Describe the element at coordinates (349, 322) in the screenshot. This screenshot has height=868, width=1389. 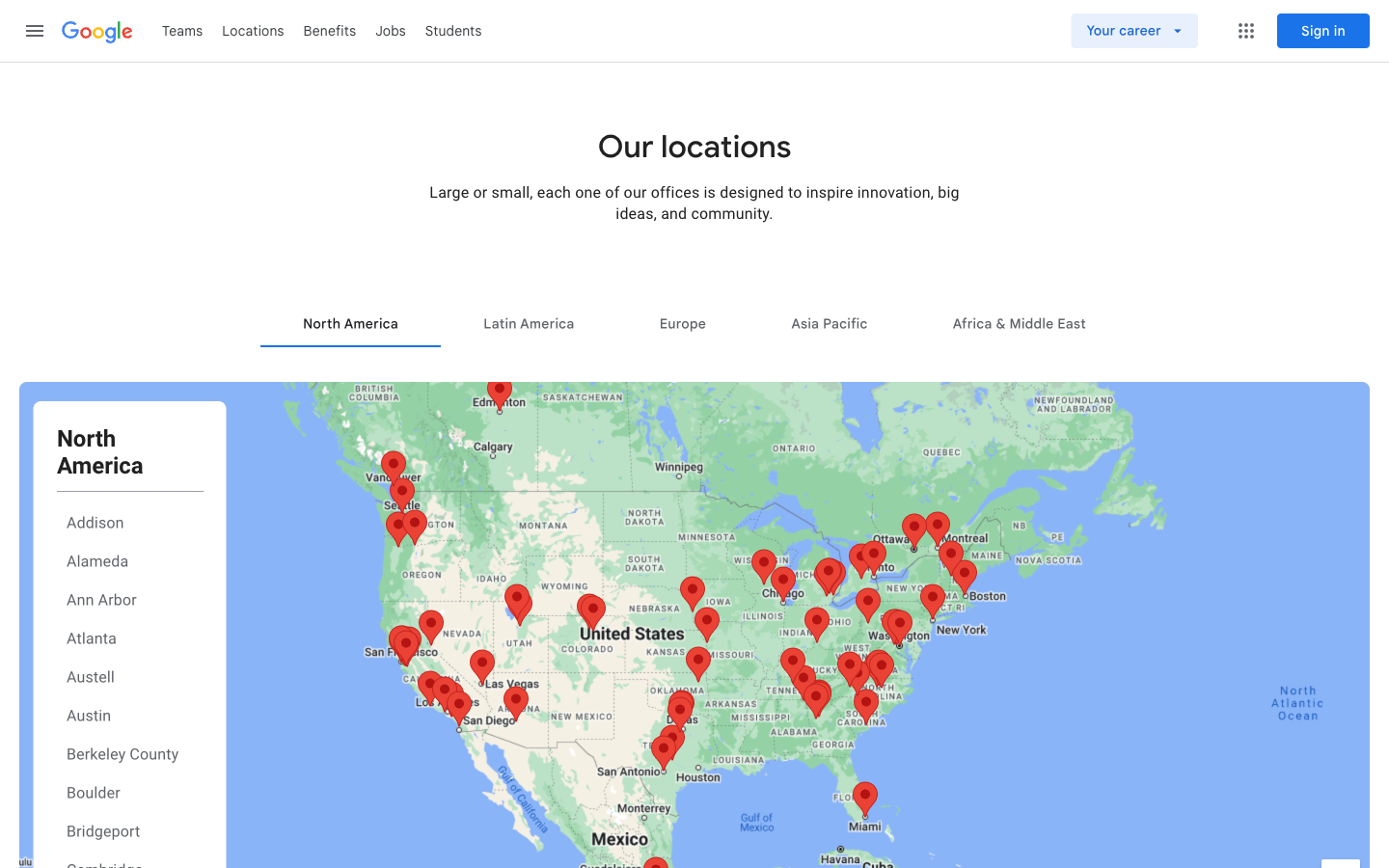
I see `the North America job section` at that location.